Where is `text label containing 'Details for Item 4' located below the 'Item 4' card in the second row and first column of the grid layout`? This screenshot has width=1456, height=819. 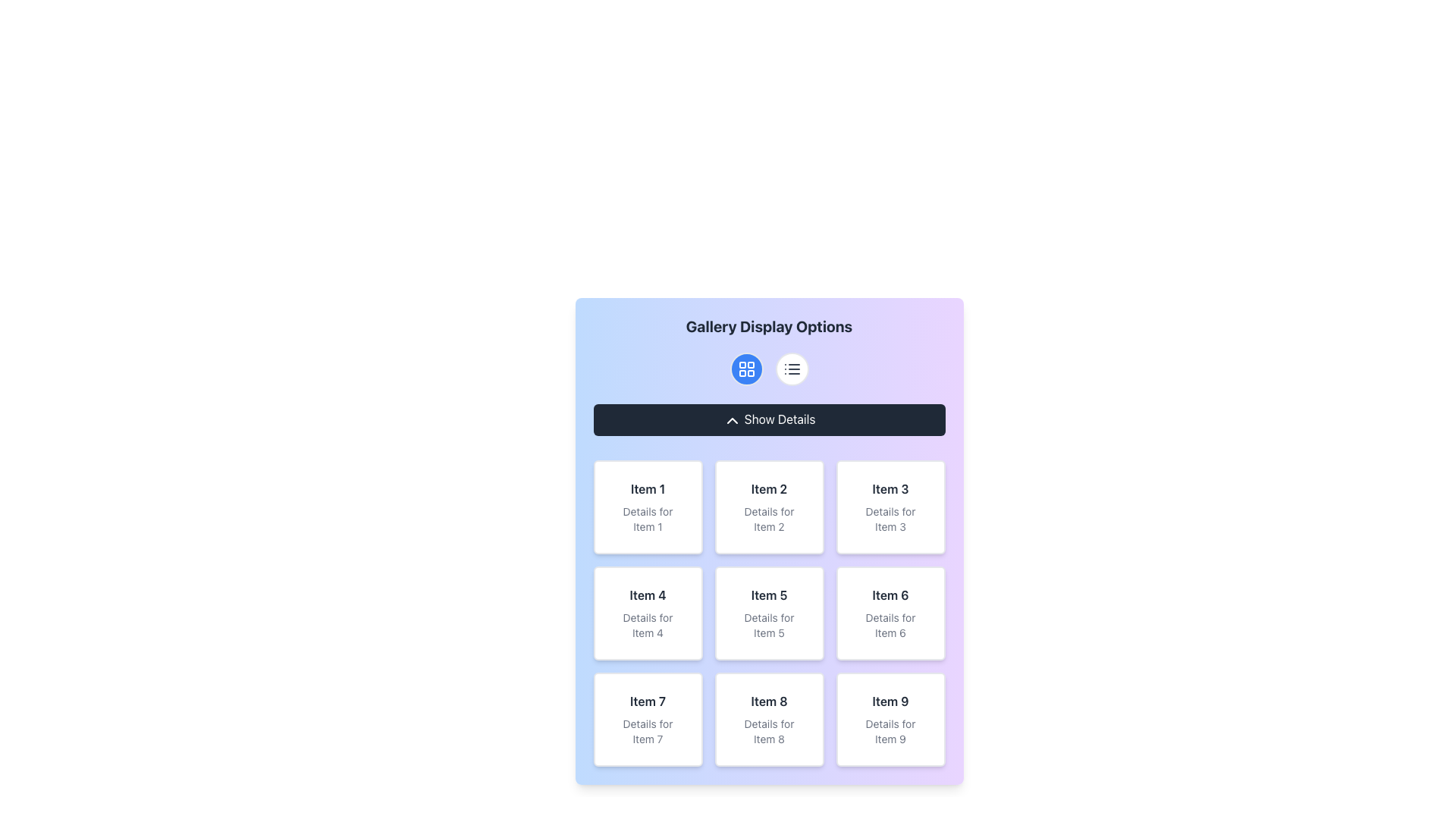 text label containing 'Details for Item 4' located below the 'Item 4' card in the second row and first column of the grid layout is located at coordinates (648, 625).